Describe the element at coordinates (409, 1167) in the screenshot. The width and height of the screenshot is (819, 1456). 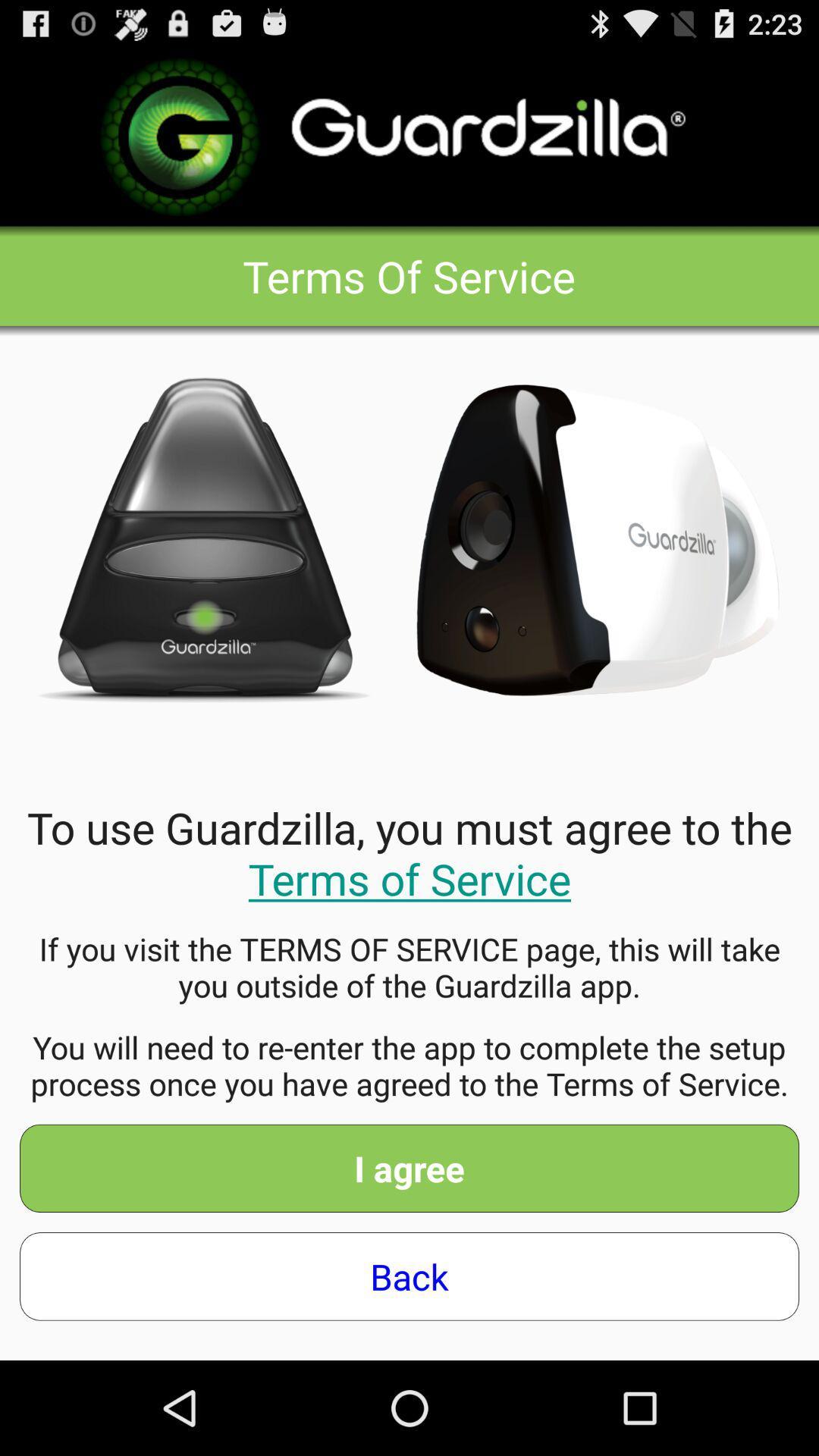
I see `the item above back icon` at that location.